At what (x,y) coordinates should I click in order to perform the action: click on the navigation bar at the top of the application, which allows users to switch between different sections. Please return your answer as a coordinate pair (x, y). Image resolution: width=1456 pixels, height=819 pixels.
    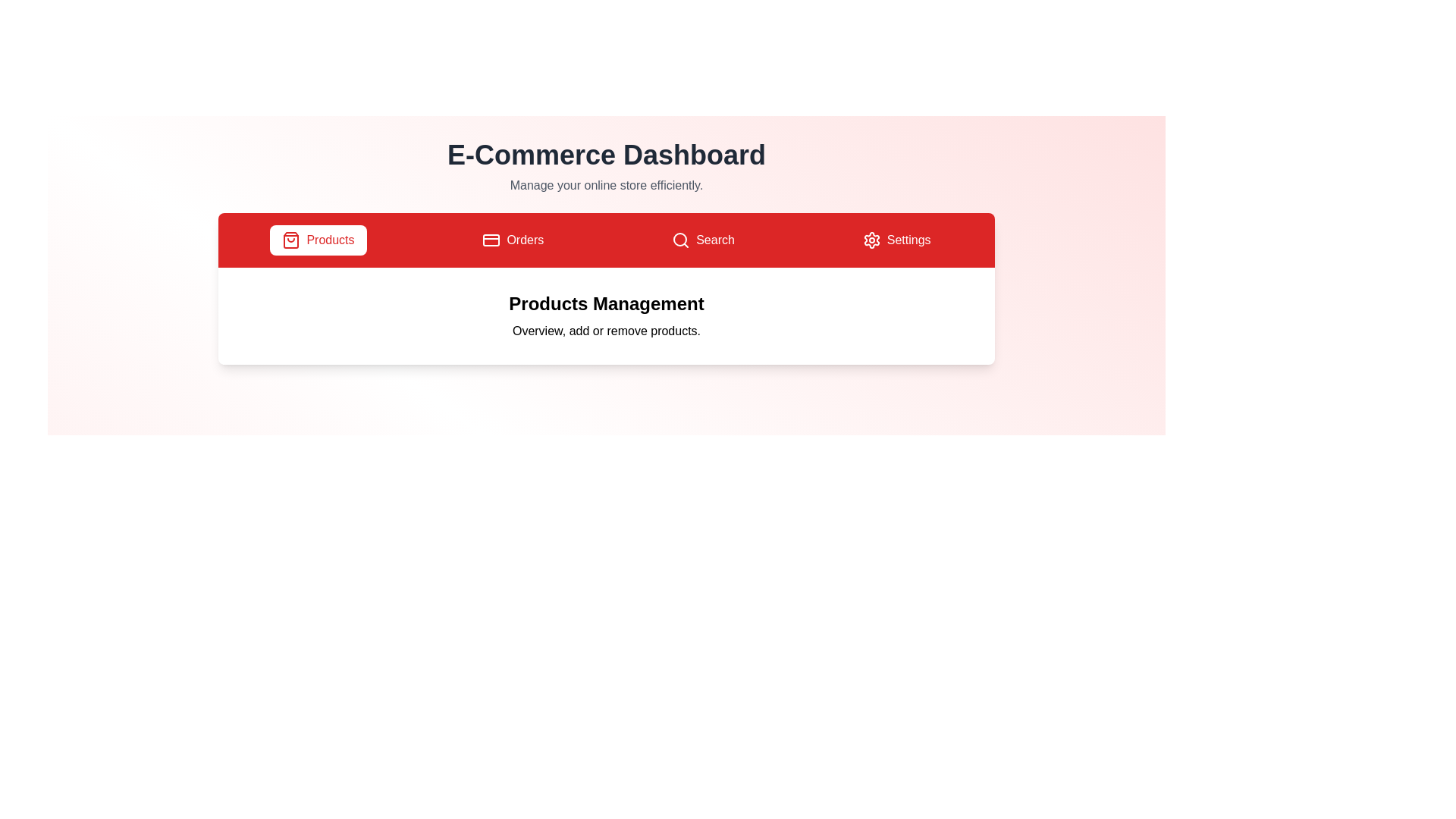
    Looking at the image, I should click on (607, 239).